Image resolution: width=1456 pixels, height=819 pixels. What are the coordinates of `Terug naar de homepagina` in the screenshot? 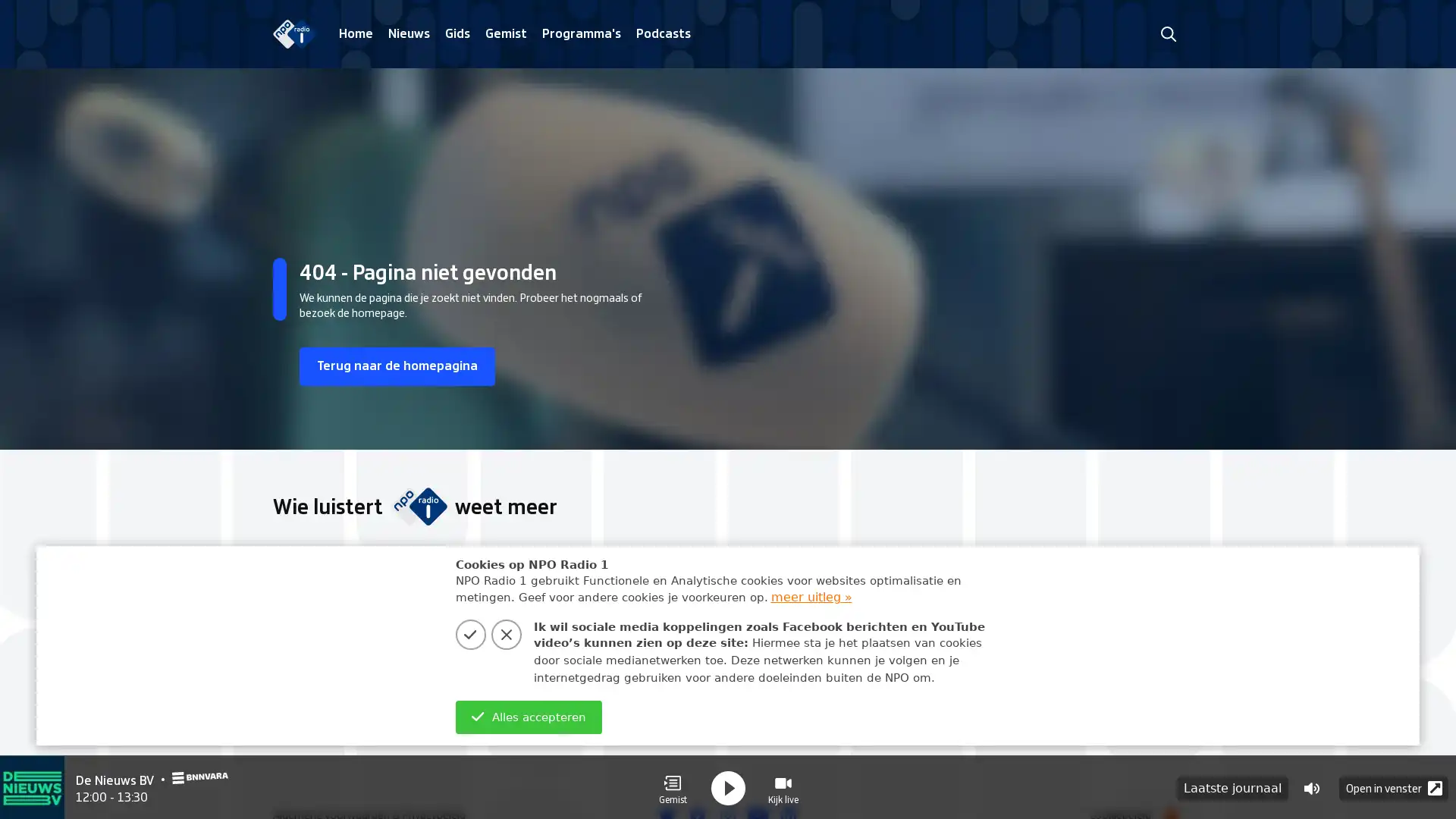 It's located at (403, 366).